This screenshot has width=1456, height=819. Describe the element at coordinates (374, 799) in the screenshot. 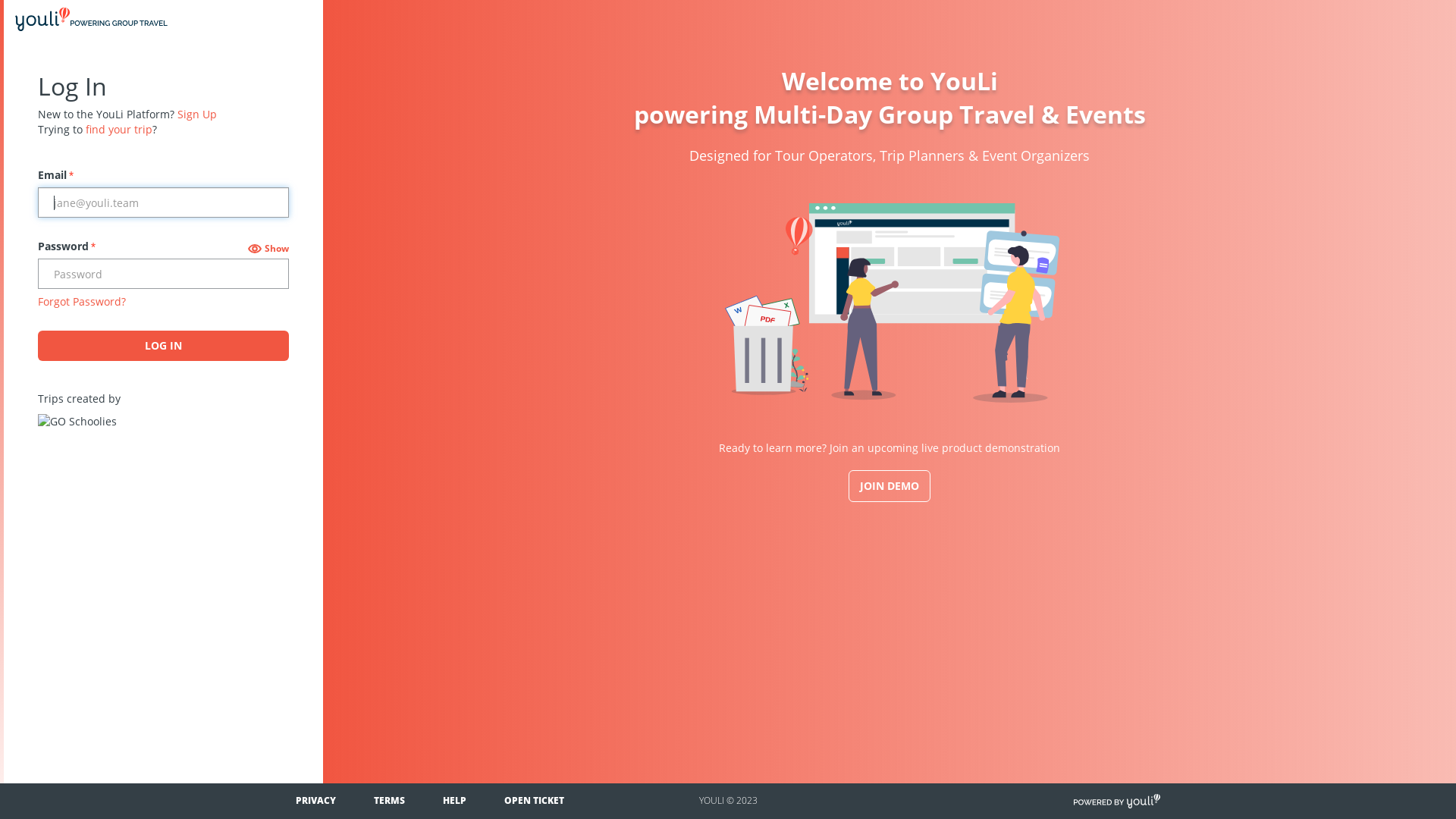

I see `'TERMS'` at that location.